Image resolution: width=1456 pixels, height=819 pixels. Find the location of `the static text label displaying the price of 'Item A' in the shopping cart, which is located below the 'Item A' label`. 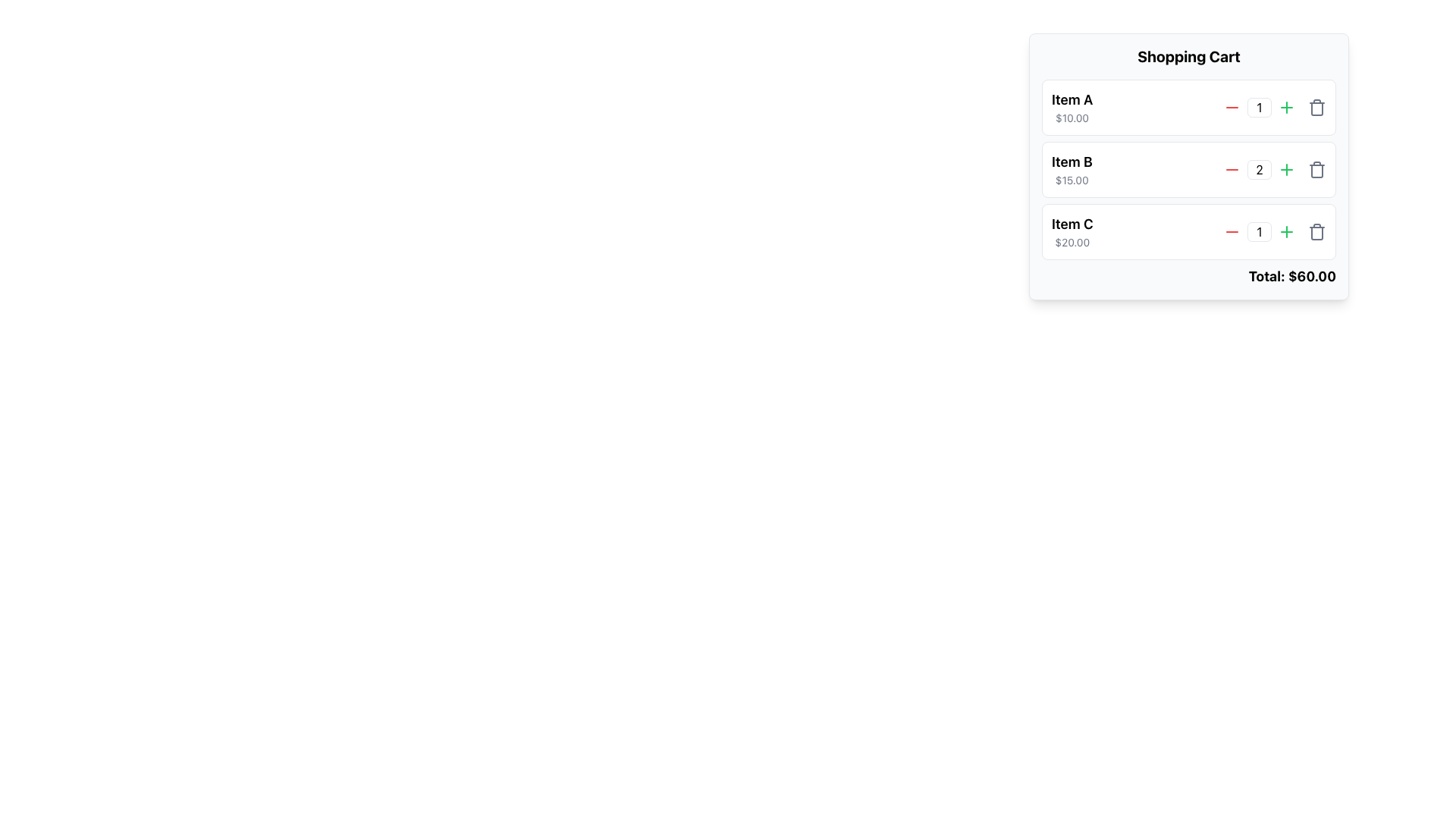

the static text label displaying the price of 'Item A' in the shopping cart, which is located below the 'Item A' label is located at coordinates (1072, 117).